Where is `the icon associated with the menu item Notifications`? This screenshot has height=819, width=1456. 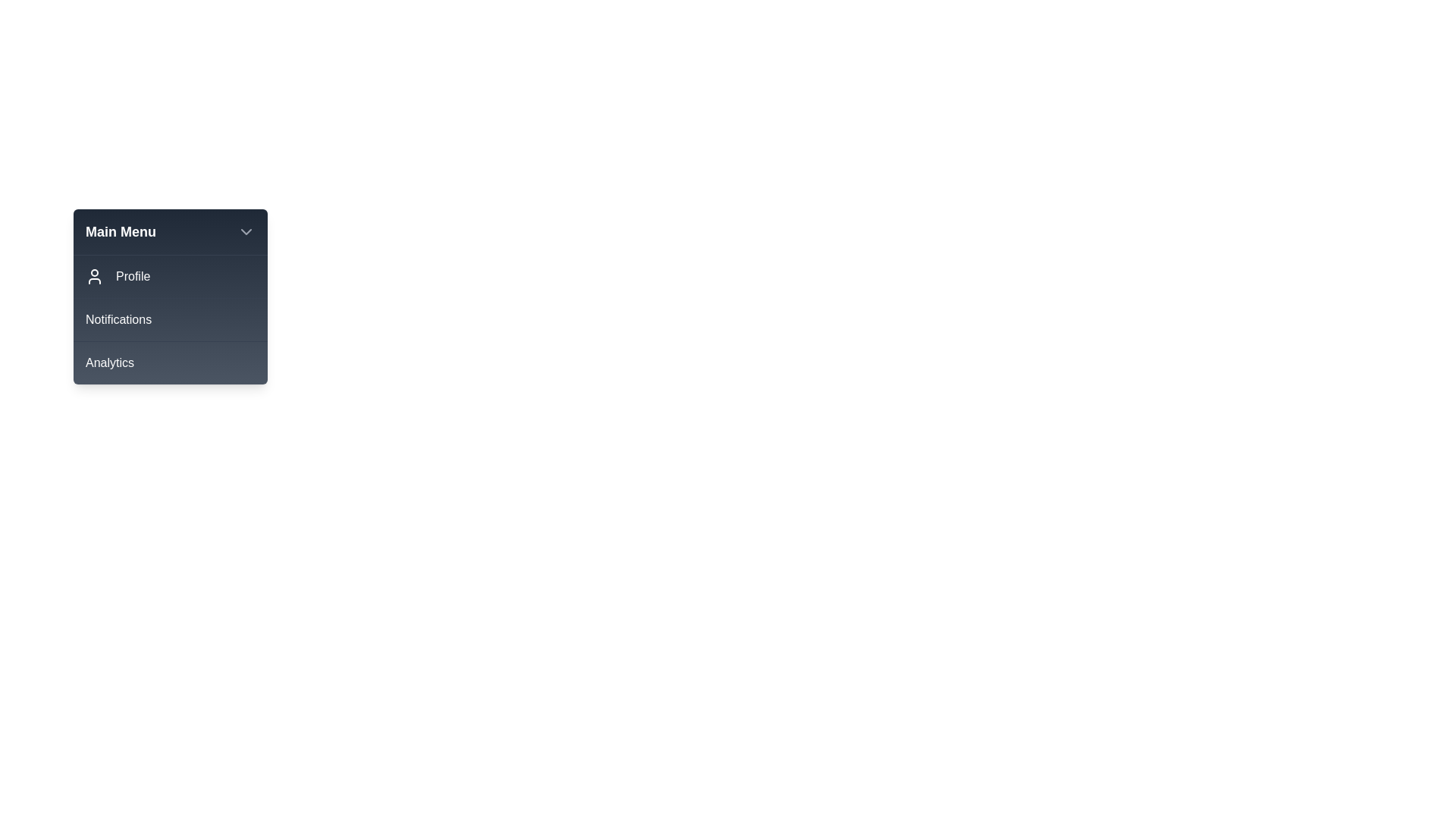 the icon associated with the menu item Notifications is located at coordinates (93, 318).